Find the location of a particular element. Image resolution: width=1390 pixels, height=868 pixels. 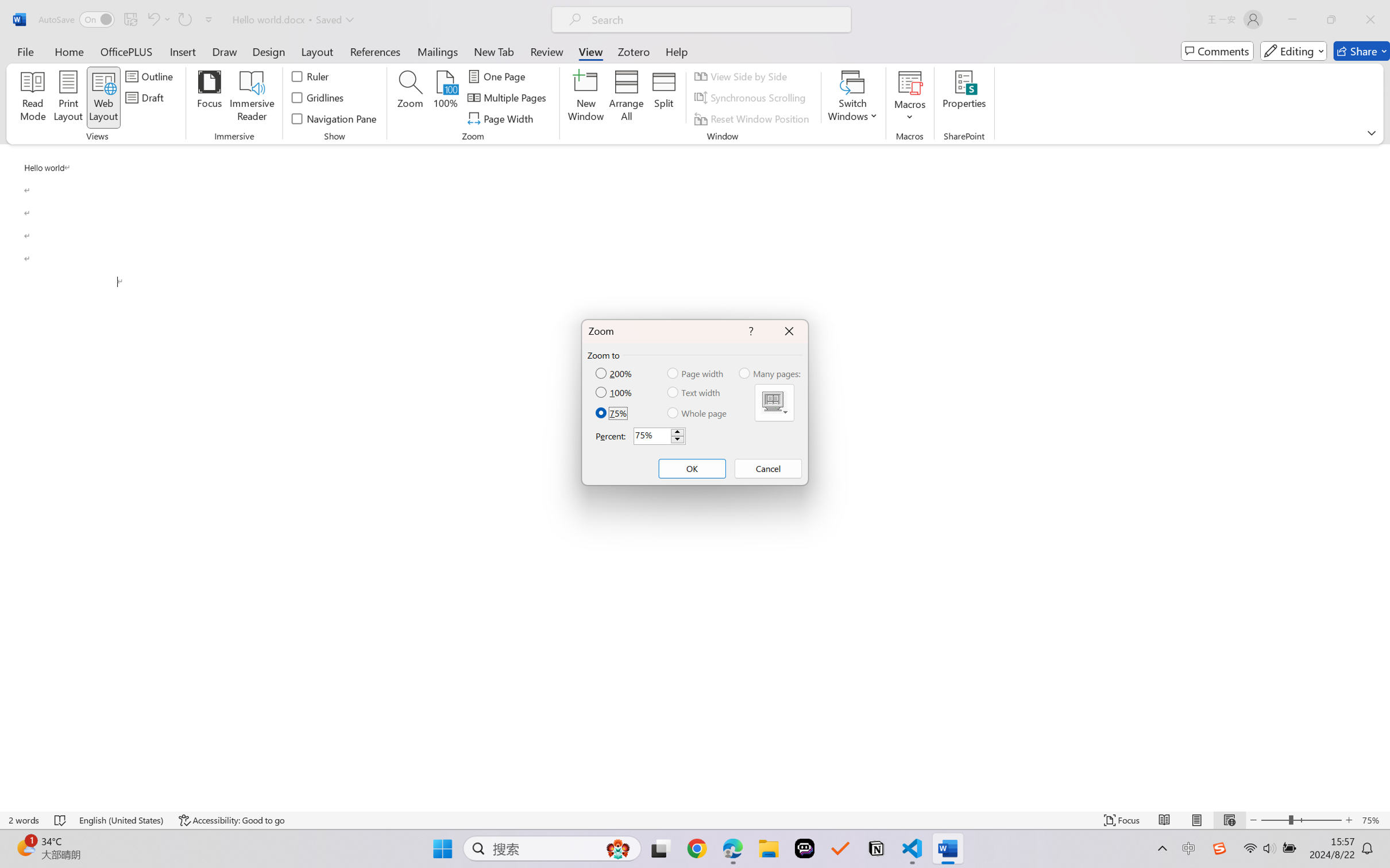

'Review' is located at coordinates (546, 51).